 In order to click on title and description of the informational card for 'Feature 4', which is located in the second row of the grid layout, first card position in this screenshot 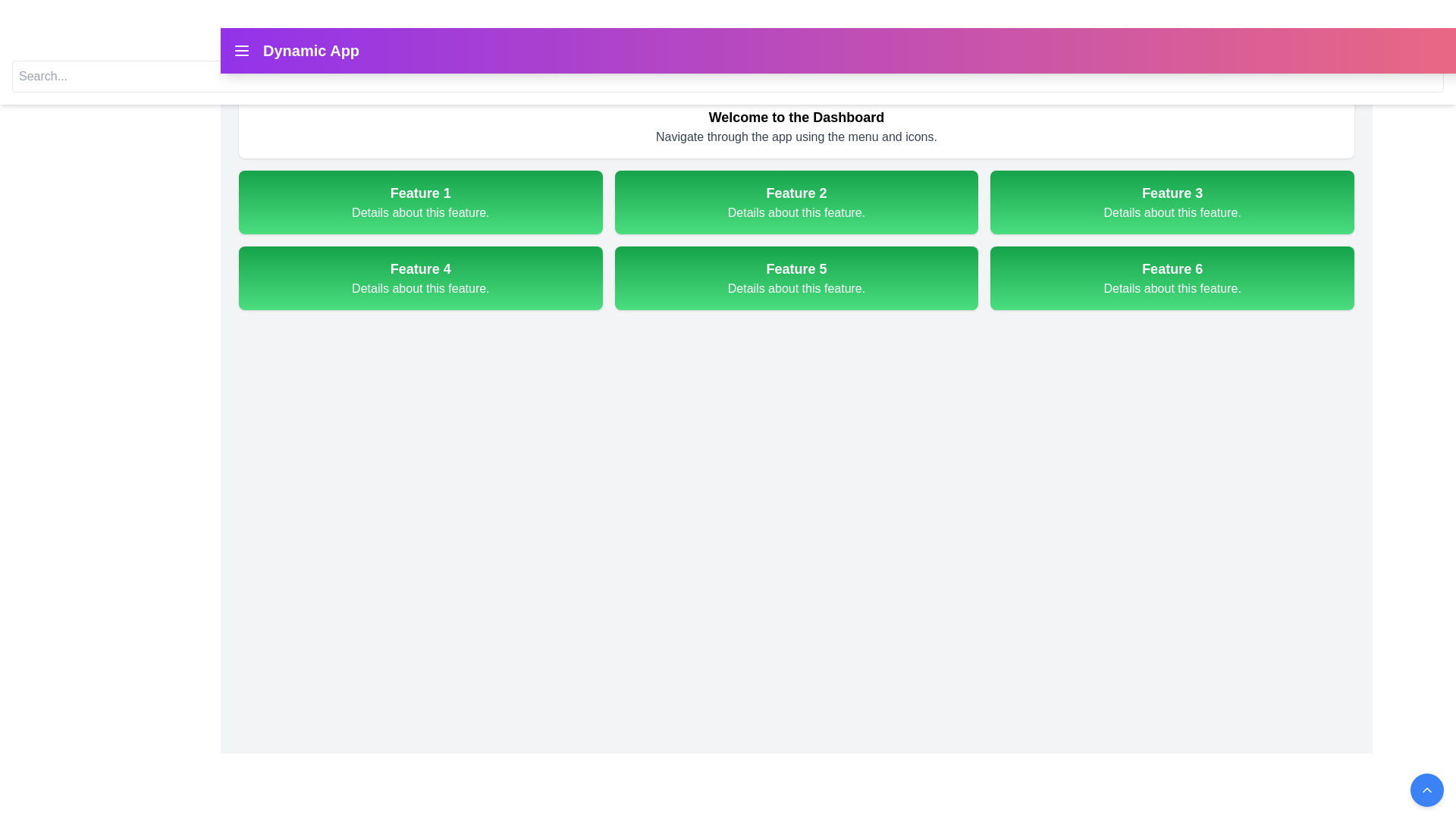, I will do `click(420, 278)`.